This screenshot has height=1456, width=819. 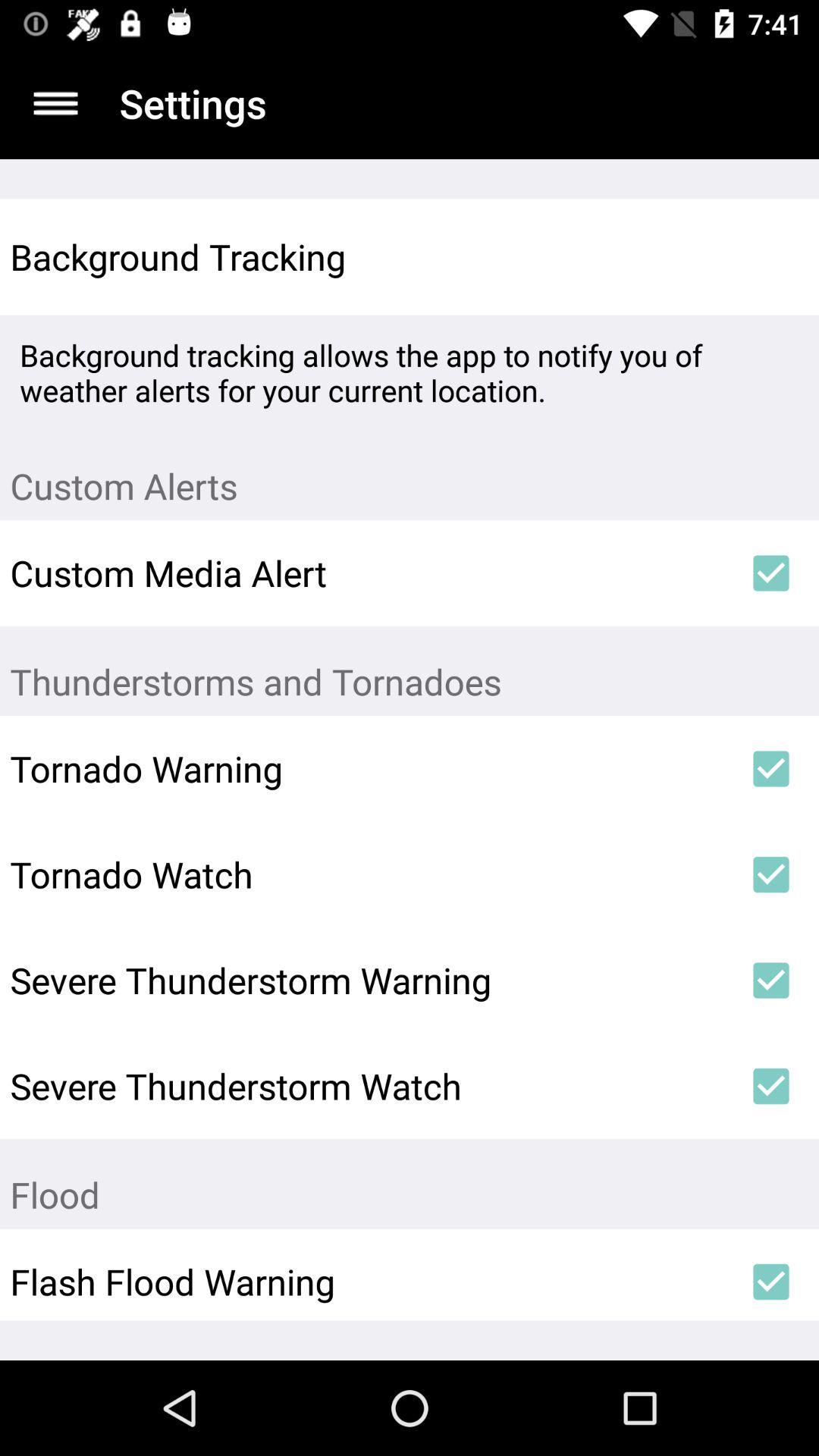 I want to click on the item to the right of the tornado watch icon, so click(x=771, y=874).